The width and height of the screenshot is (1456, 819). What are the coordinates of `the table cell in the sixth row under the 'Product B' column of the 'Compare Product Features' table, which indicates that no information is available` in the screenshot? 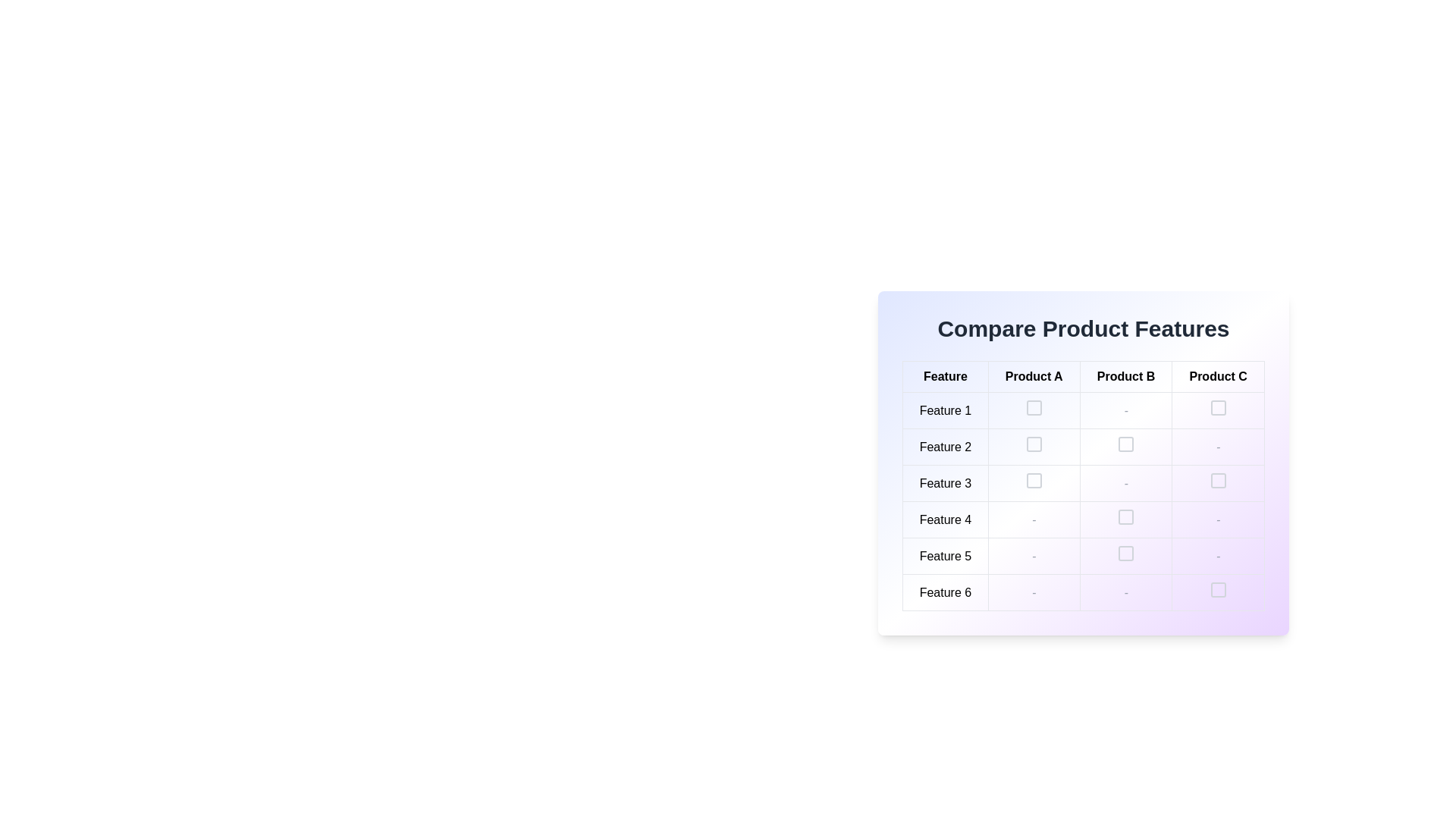 It's located at (1126, 591).